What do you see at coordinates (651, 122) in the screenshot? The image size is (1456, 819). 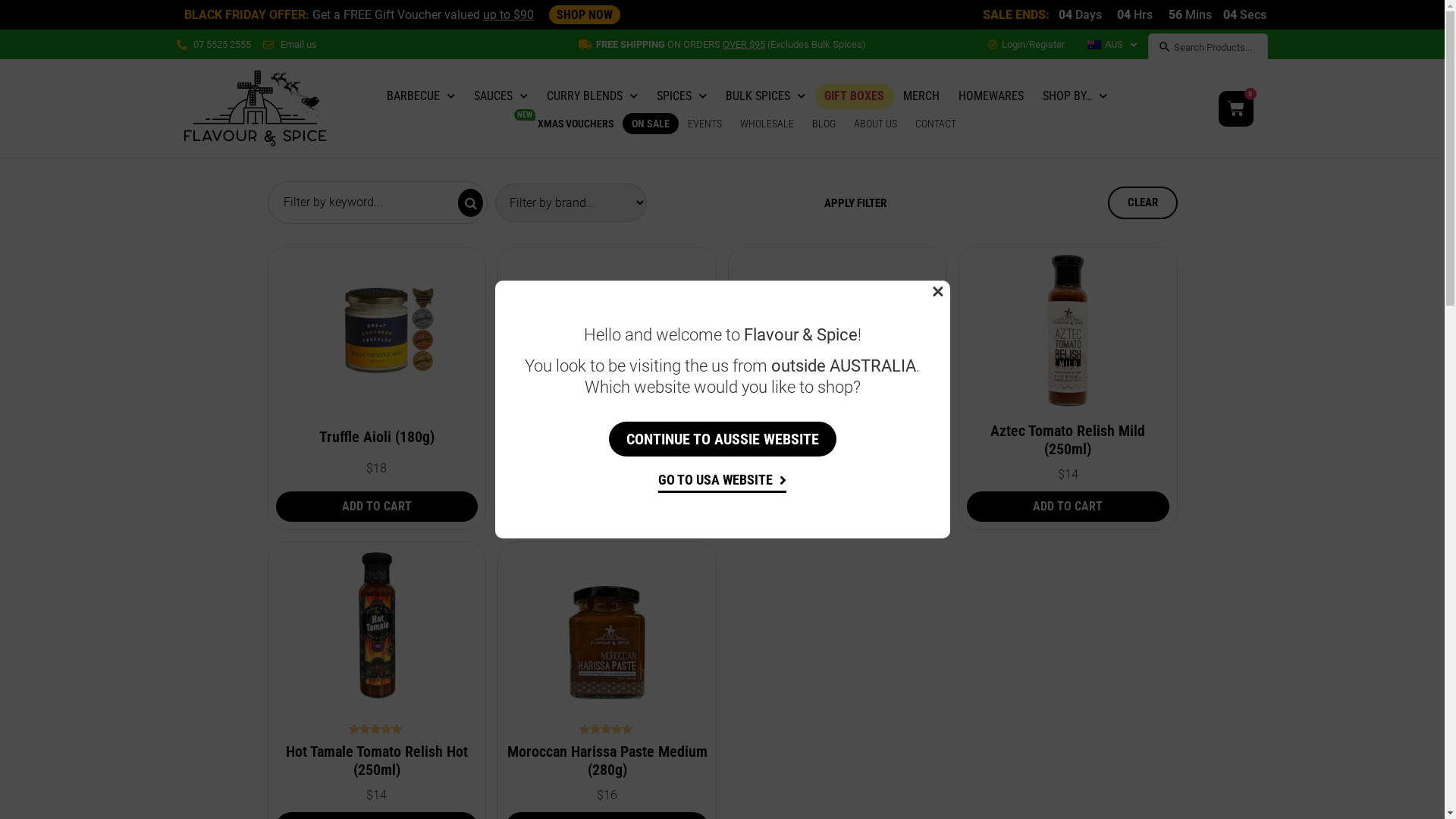 I see `'ON SALE'` at bounding box center [651, 122].